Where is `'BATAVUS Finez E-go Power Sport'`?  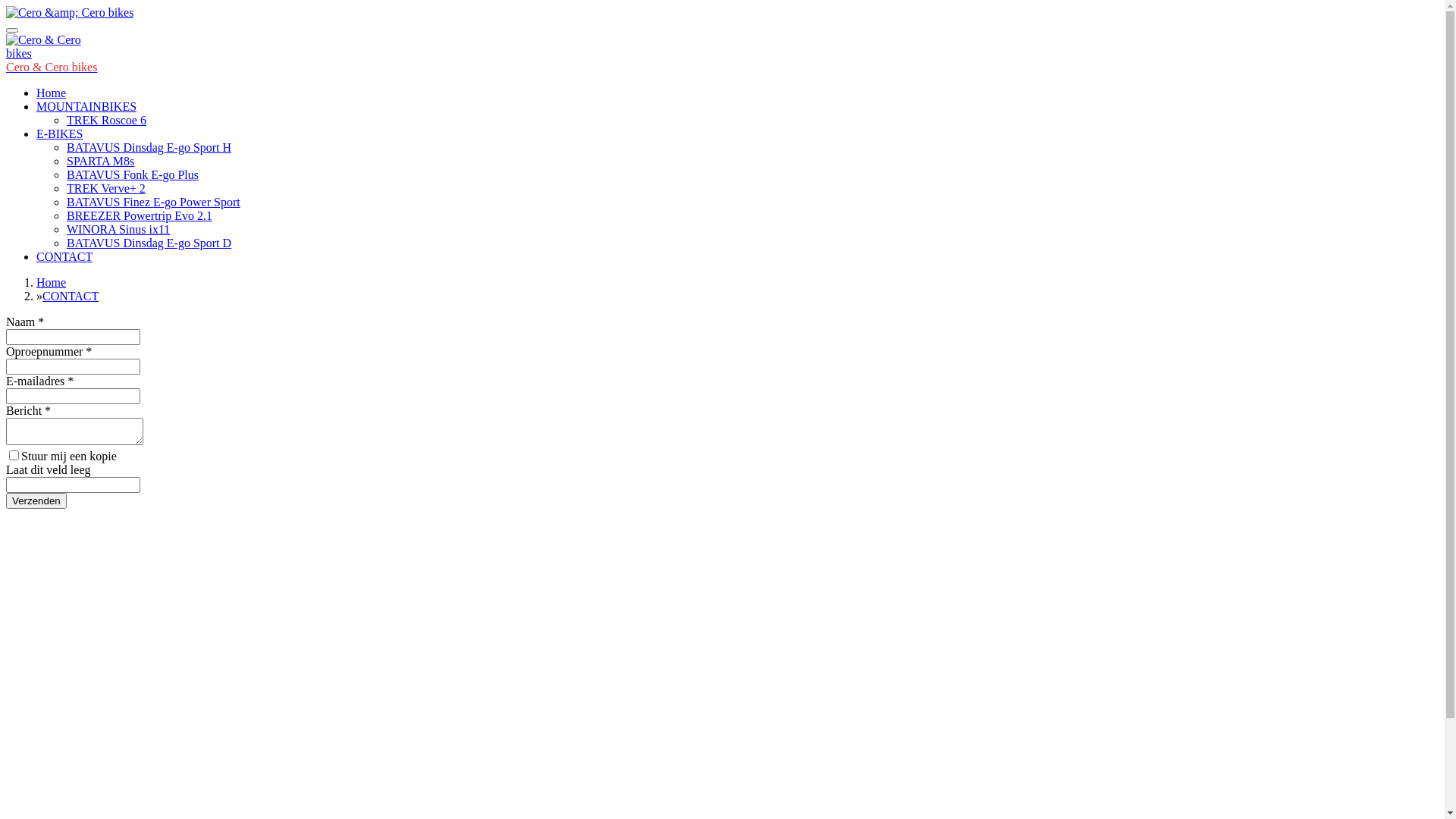 'BATAVUS Finez E-go Power Sport' is located at coordinates (153, 201).